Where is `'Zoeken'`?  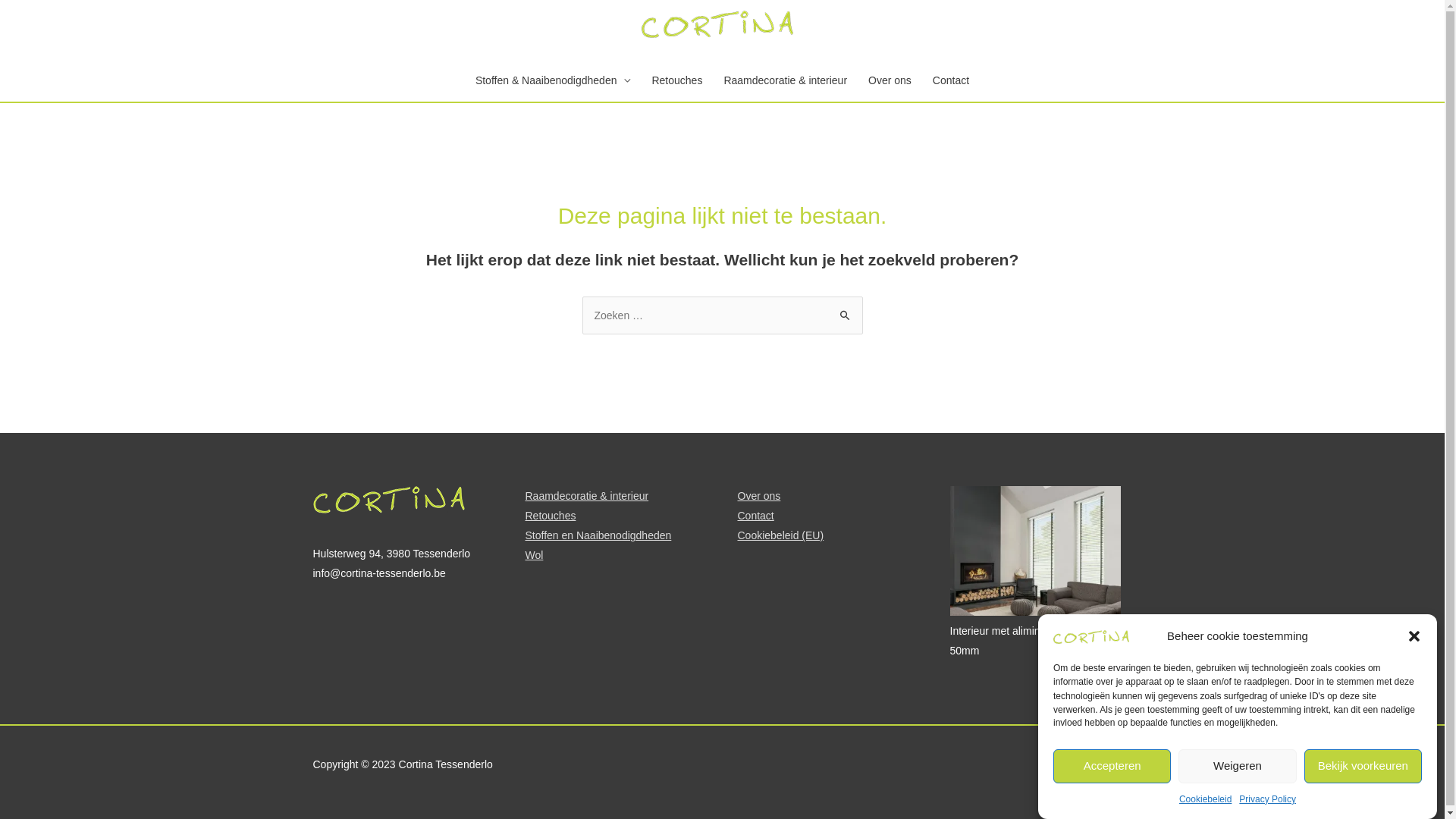 'Zoeken' is located at coordinates (844, 311).